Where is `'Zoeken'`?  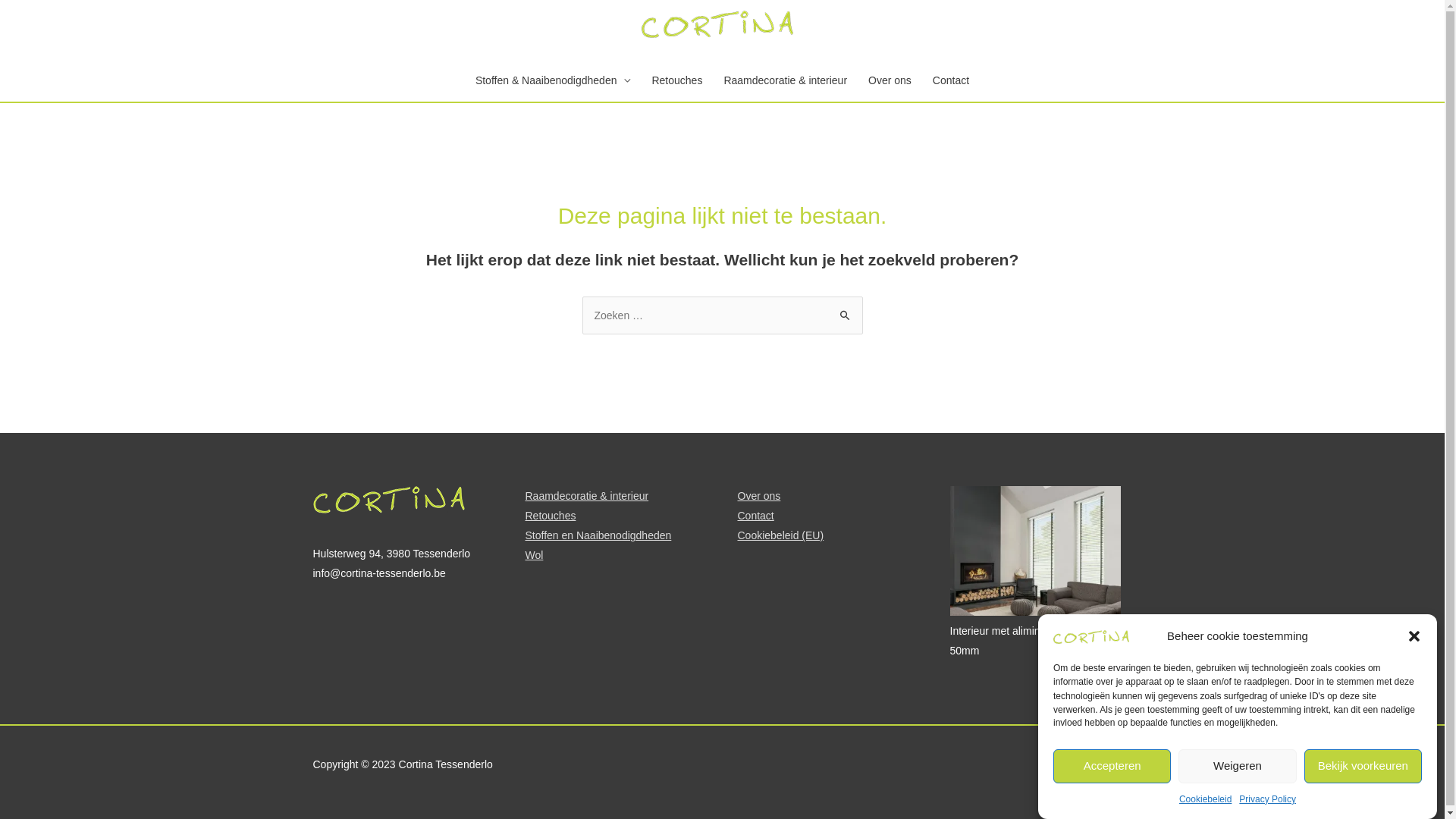 'Zoeken' is located at coordinates (844, 311).